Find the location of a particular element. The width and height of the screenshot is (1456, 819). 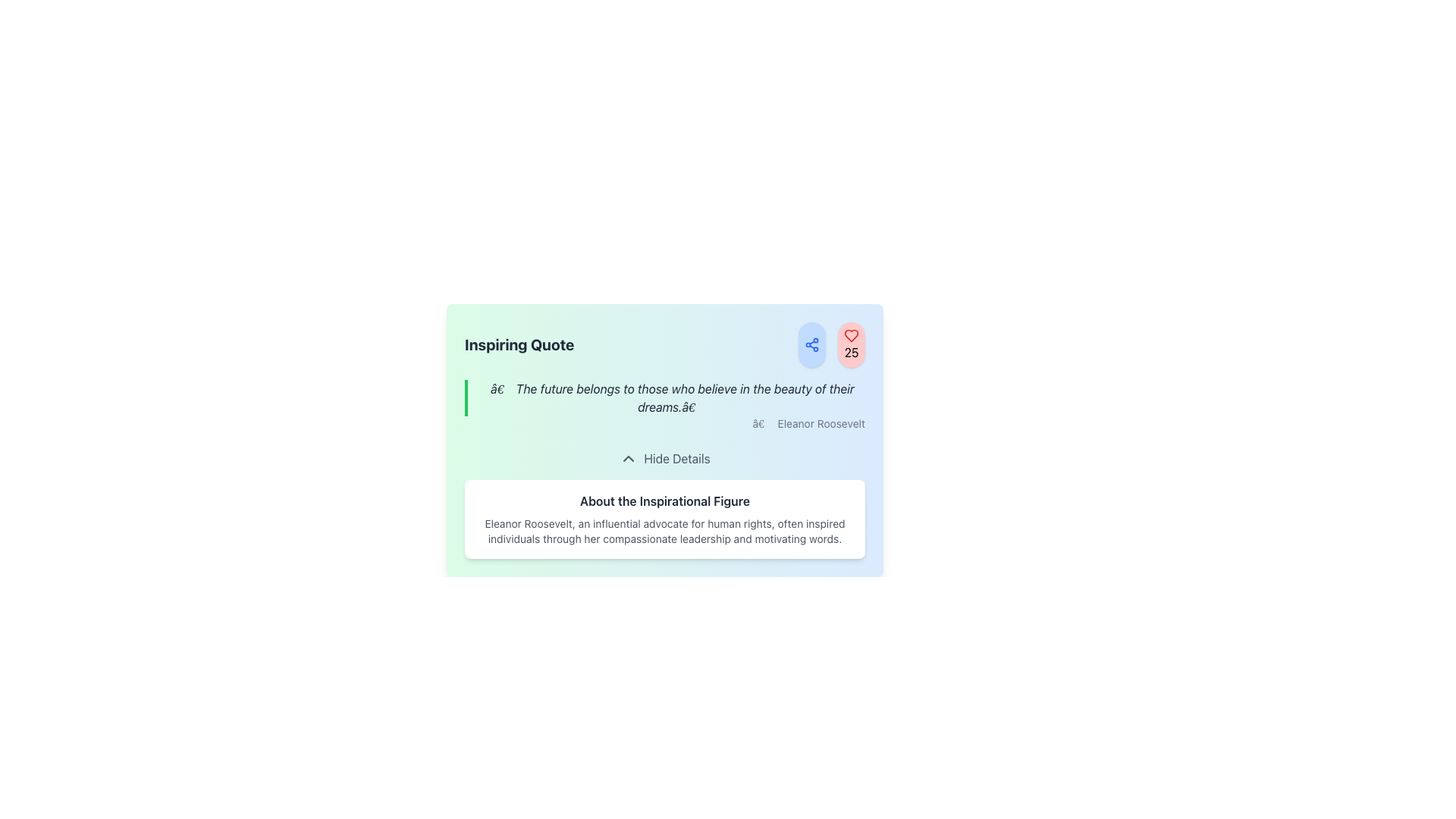

the 'Hide Details' button located below the text '— Eleanor Roosevelt' is located at coordinates (665, 458).